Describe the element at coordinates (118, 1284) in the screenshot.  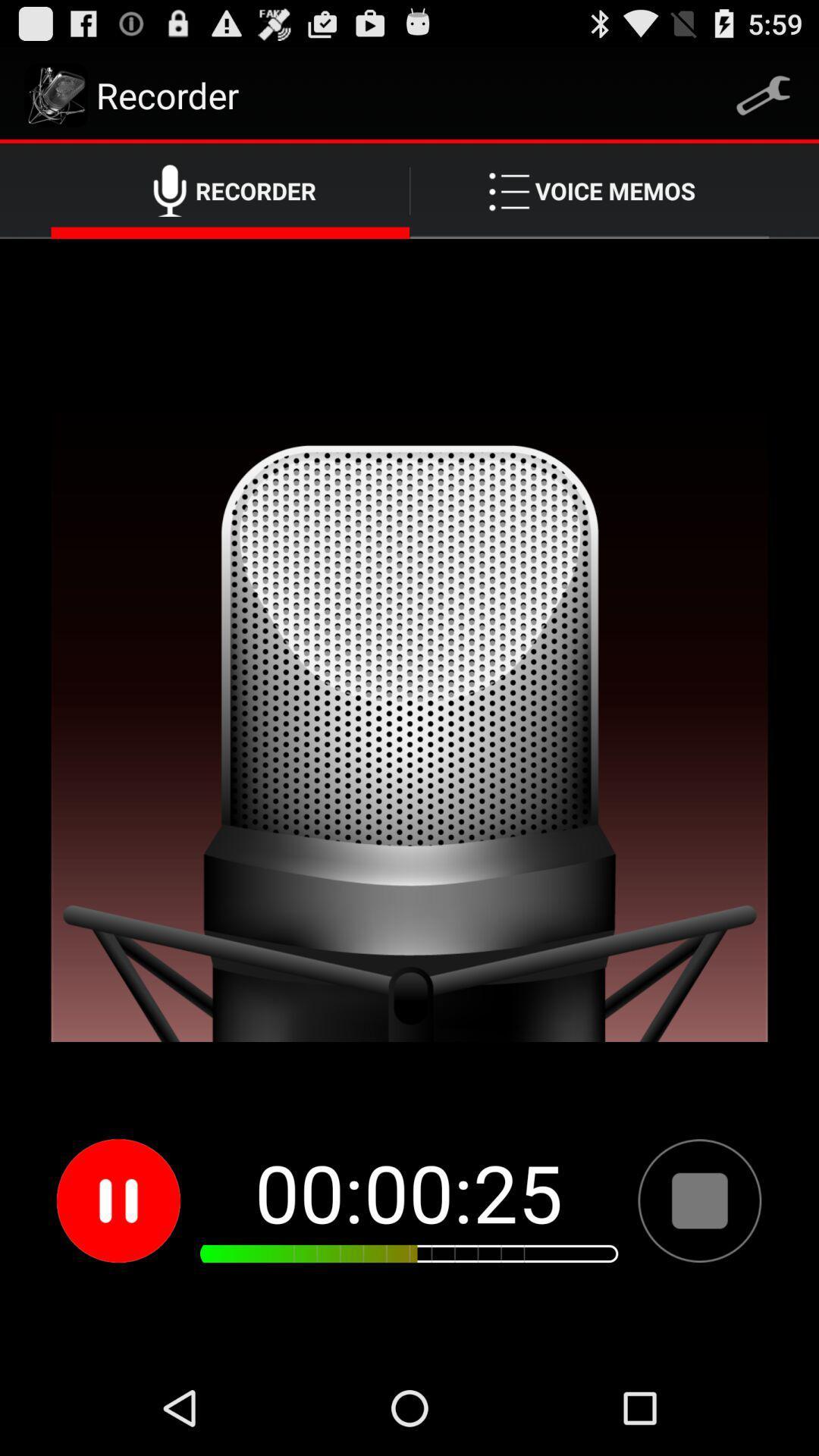
I see `the pause icon` at that location.